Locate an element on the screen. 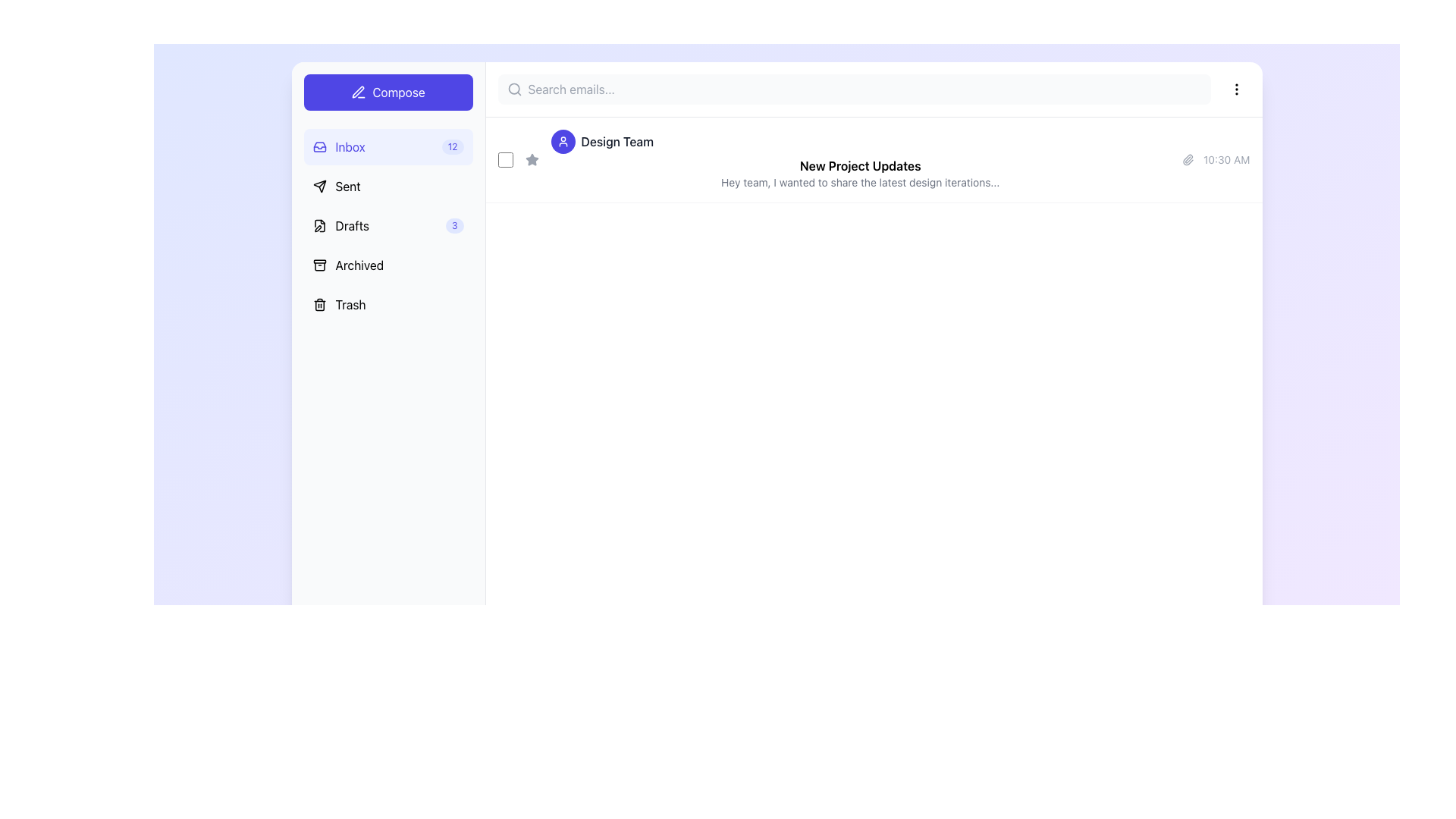 The width and height of the screenshot is (1456, 819). the navigation button for 'Sent', which is the second item in the vertical list of menu items is located at coordinates (388, 186).